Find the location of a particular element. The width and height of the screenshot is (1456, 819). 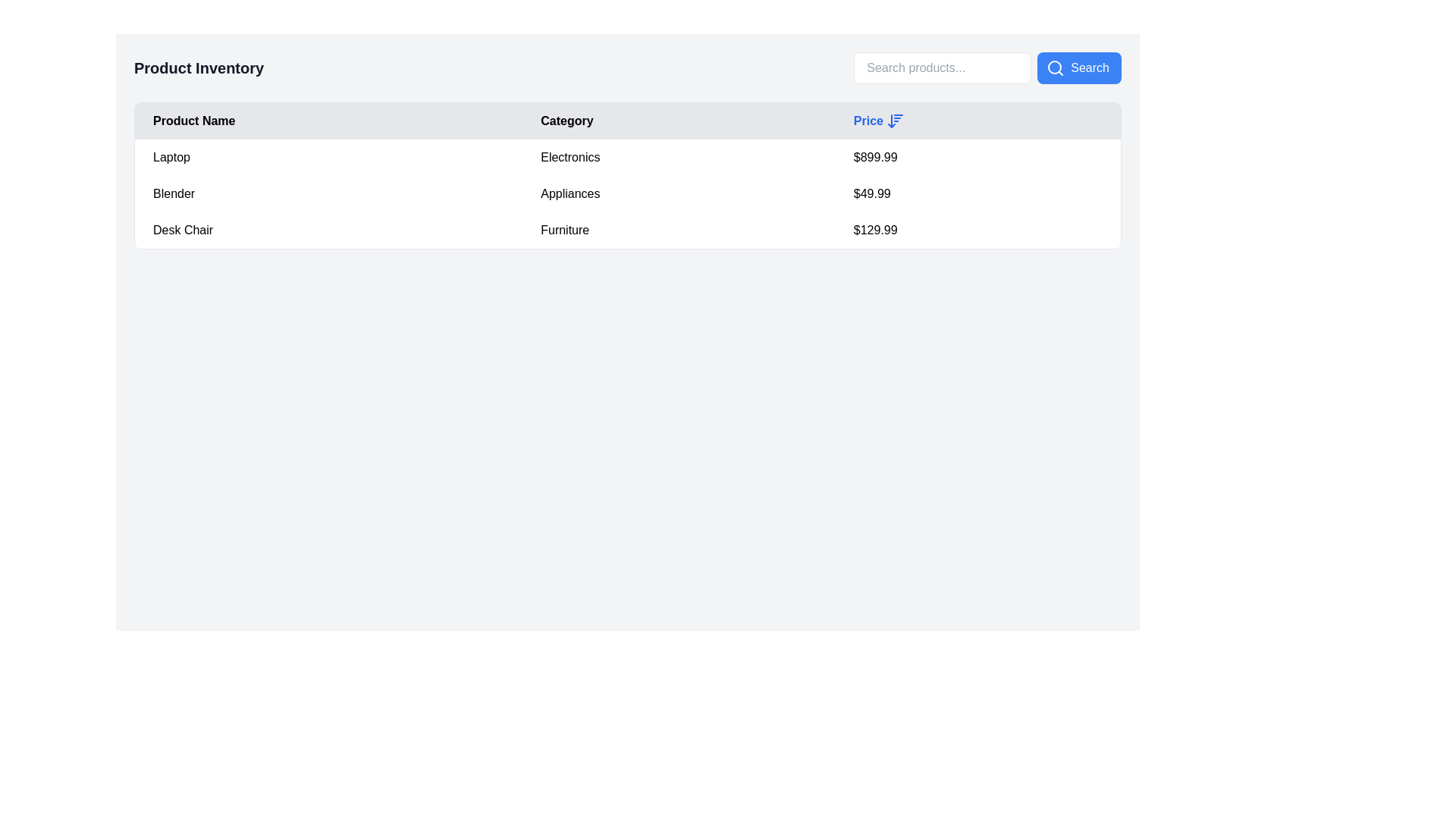

the bold header labeled 'Product Inventory' located in the top left corner of the main content area is located at coordinates (198, 67).